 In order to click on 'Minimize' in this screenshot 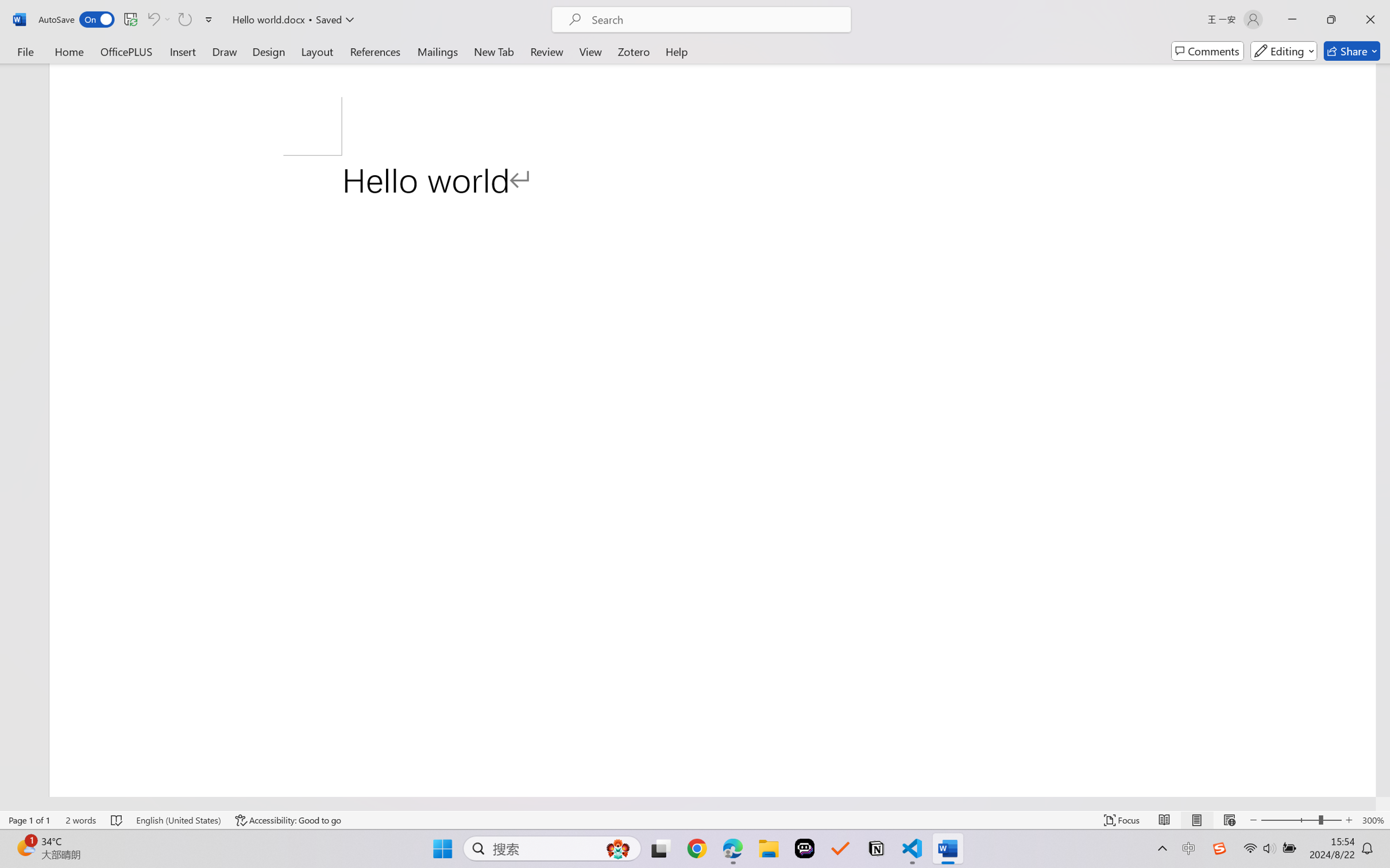, I will do `click(1292, 19)`.